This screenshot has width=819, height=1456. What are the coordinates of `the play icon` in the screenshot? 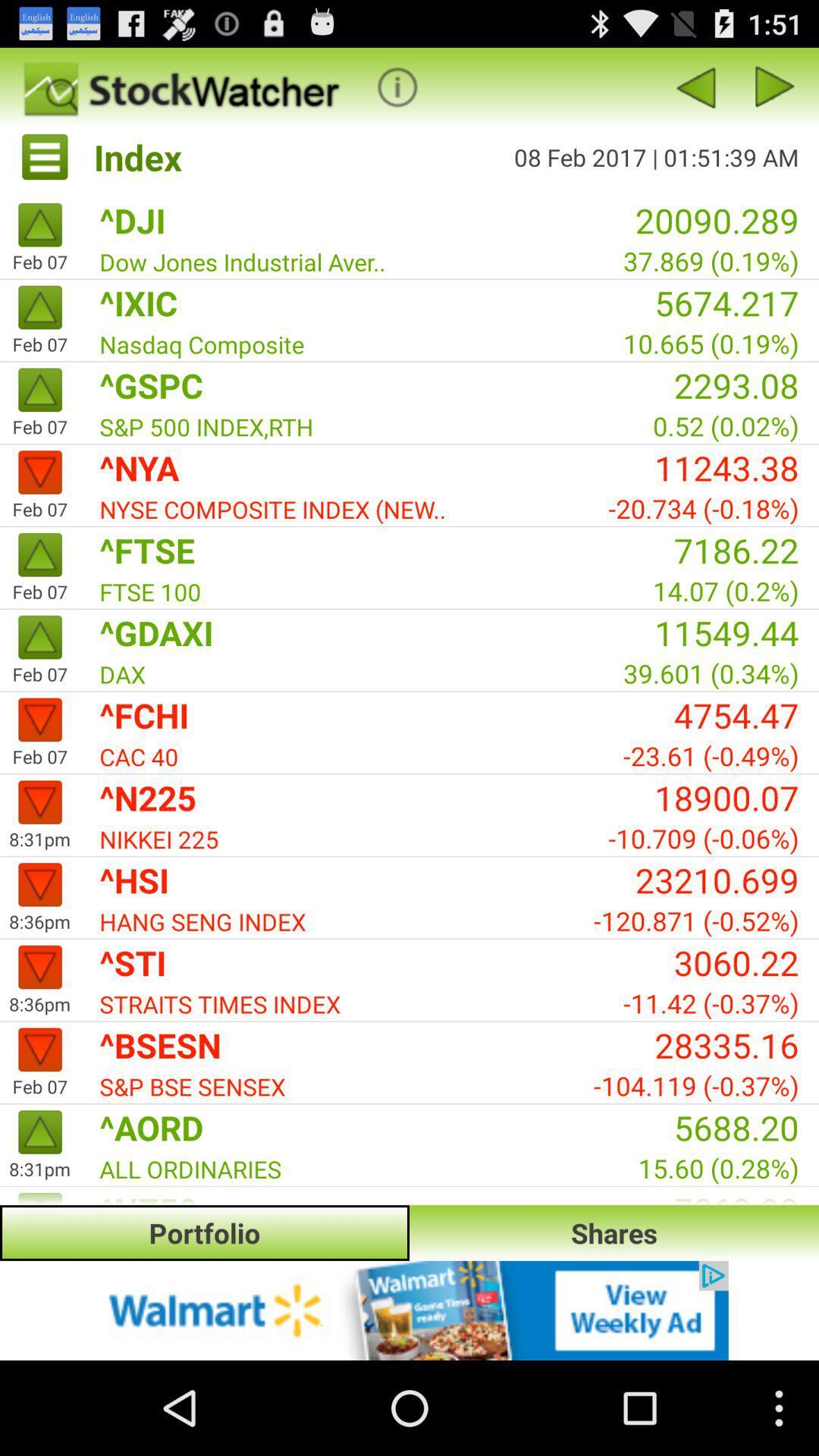 It's located at (775, 93).